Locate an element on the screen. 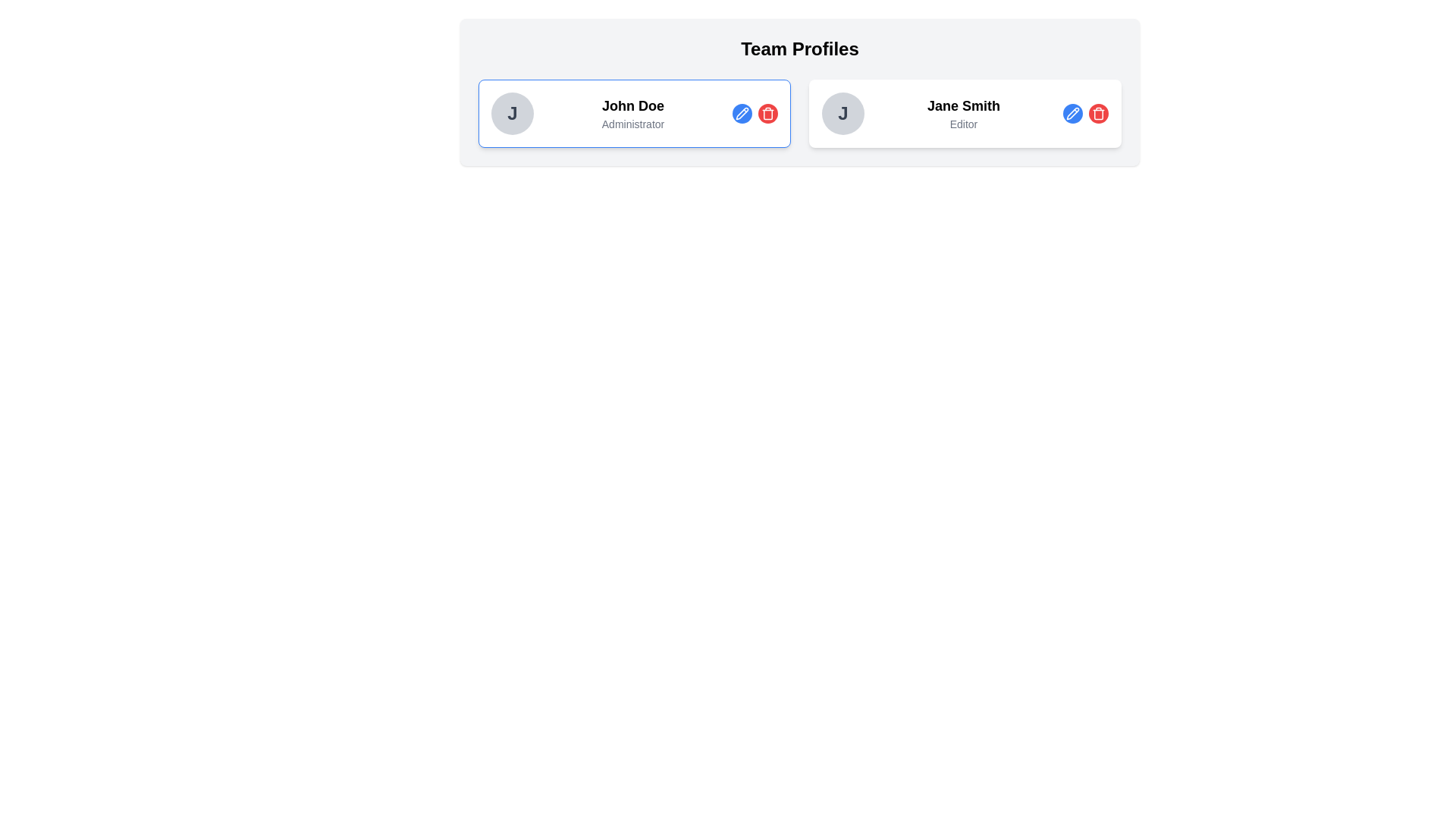 This screenshot has height=819, width=1456. the text label displaying 'Editor', which is located directly underneath the name 'Jane Smith' in the profile panel is located at coordinates (963, 124).